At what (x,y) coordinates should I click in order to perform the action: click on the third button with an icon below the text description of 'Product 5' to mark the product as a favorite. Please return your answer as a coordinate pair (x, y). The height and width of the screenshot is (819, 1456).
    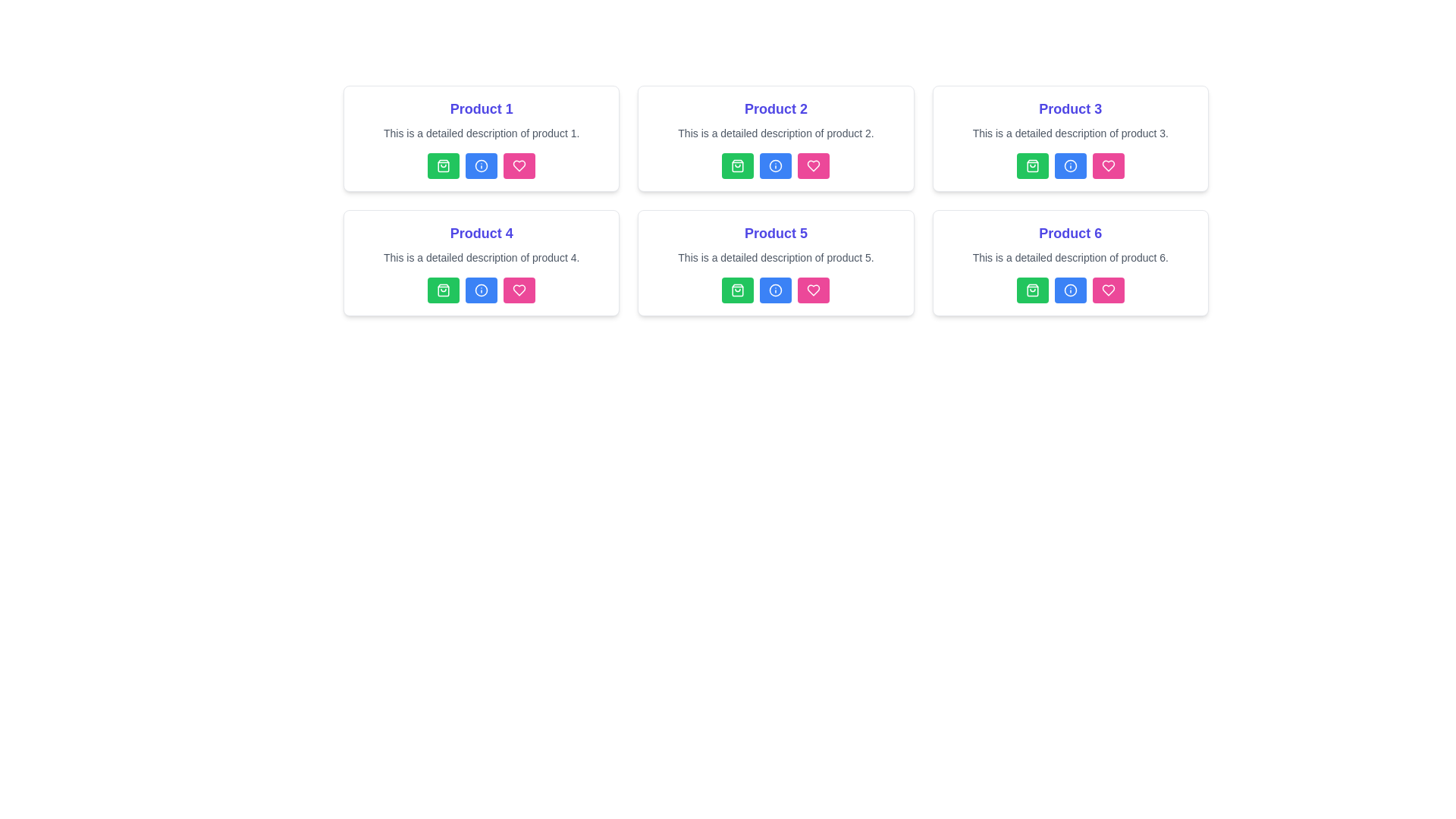
    Looking at the image, I should click on (813, 290).